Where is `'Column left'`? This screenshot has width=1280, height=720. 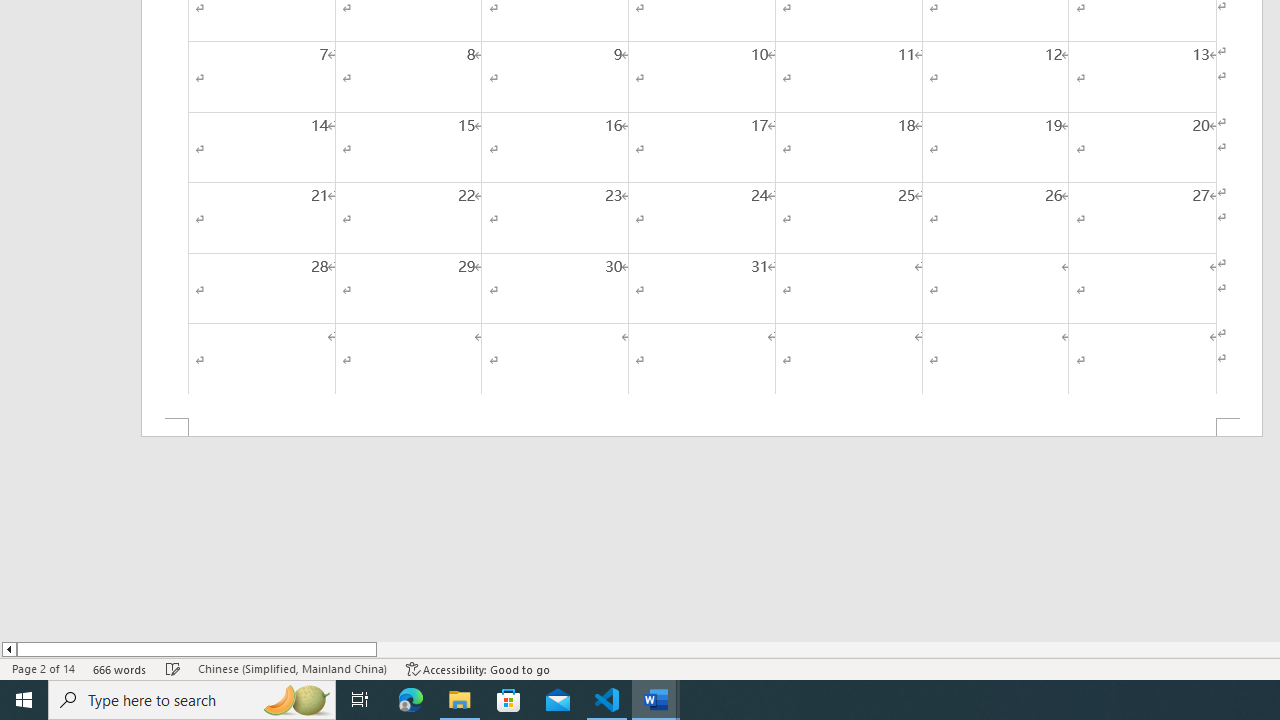
'Column left' is located at coordinates (8, 649).